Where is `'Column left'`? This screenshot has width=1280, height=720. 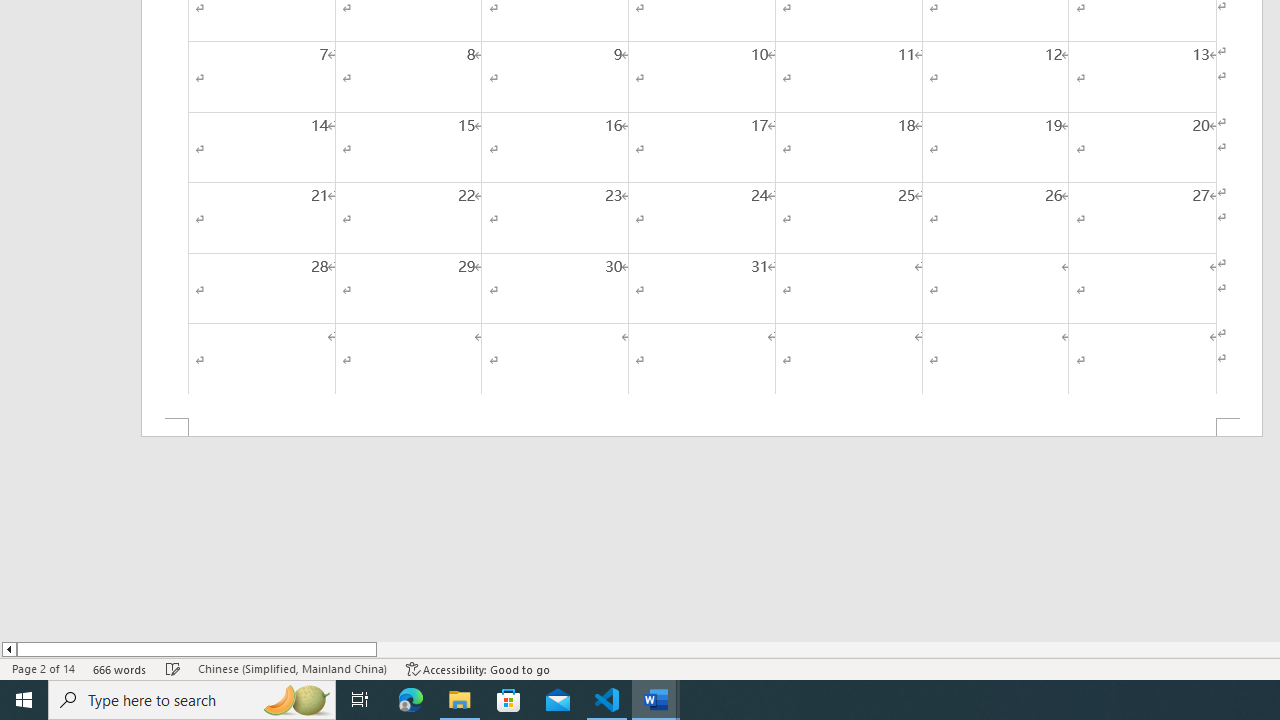
'Column left' is located at coordinates (8, 649).